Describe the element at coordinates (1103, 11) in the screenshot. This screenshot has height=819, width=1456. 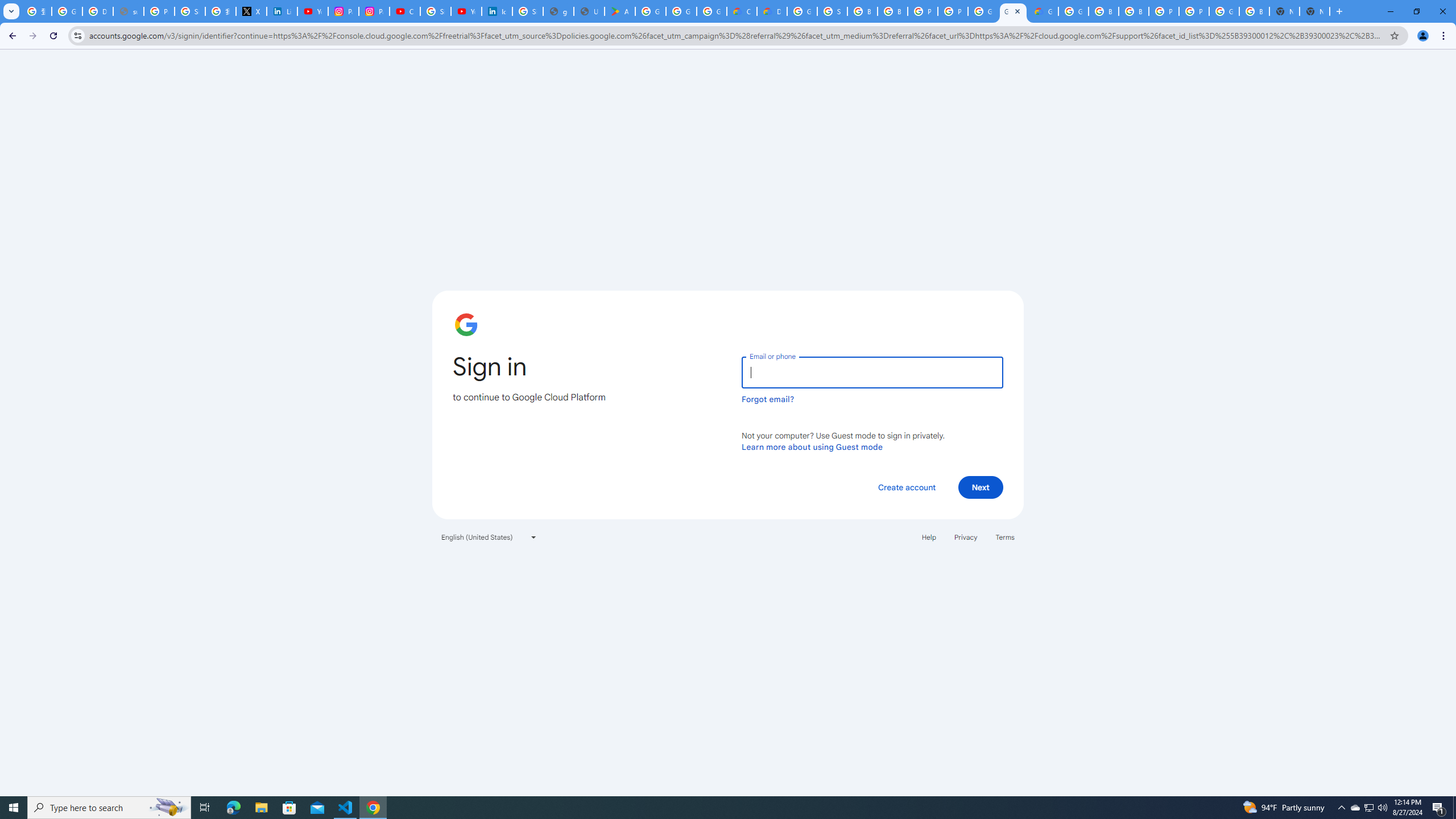
I see `'Browse Chrome as a guest - Computer - Google Chrome Help'` at that location.